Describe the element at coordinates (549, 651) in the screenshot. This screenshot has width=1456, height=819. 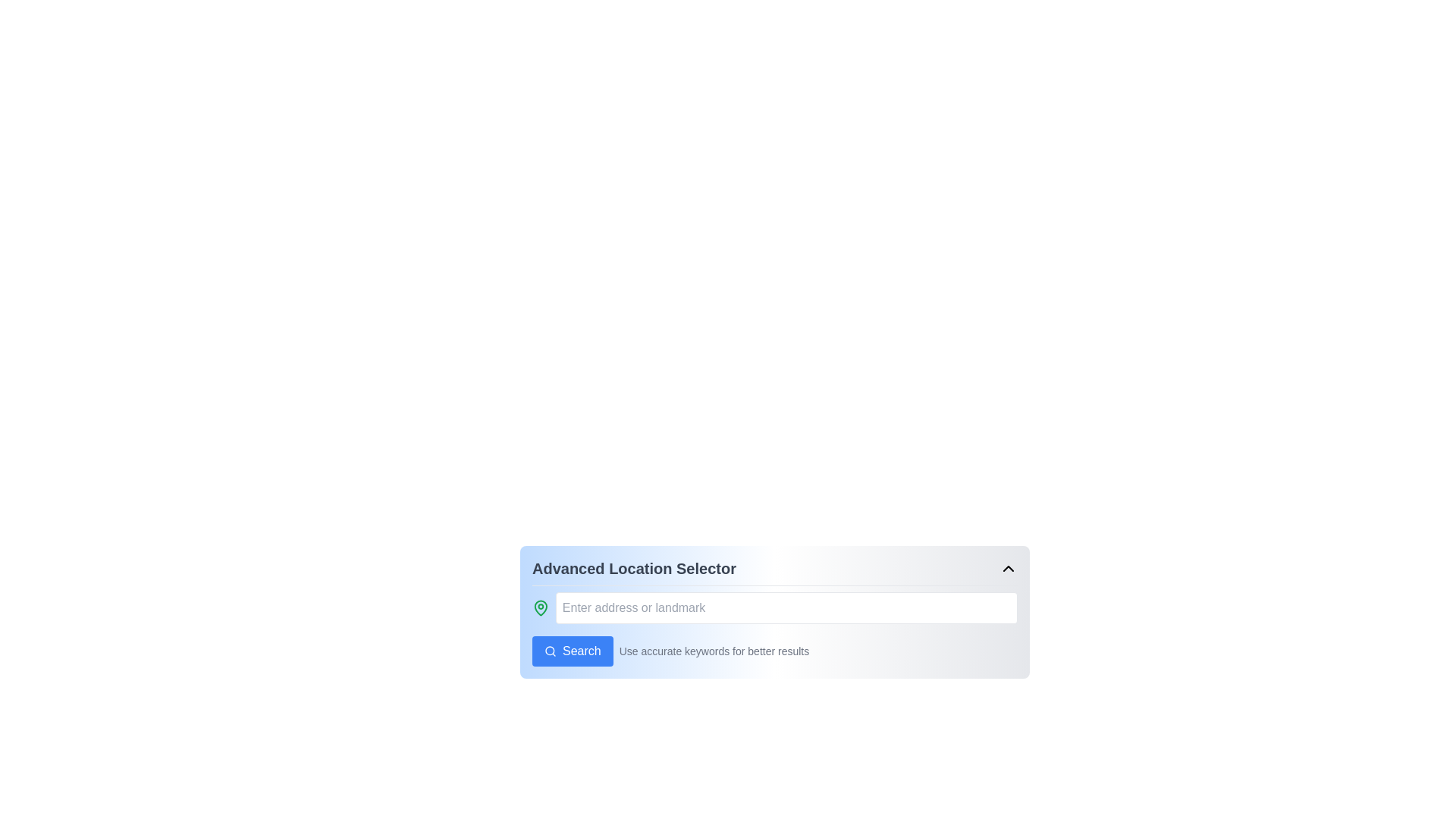
I see `the blue 'Search' button containing the search icon` at that location.